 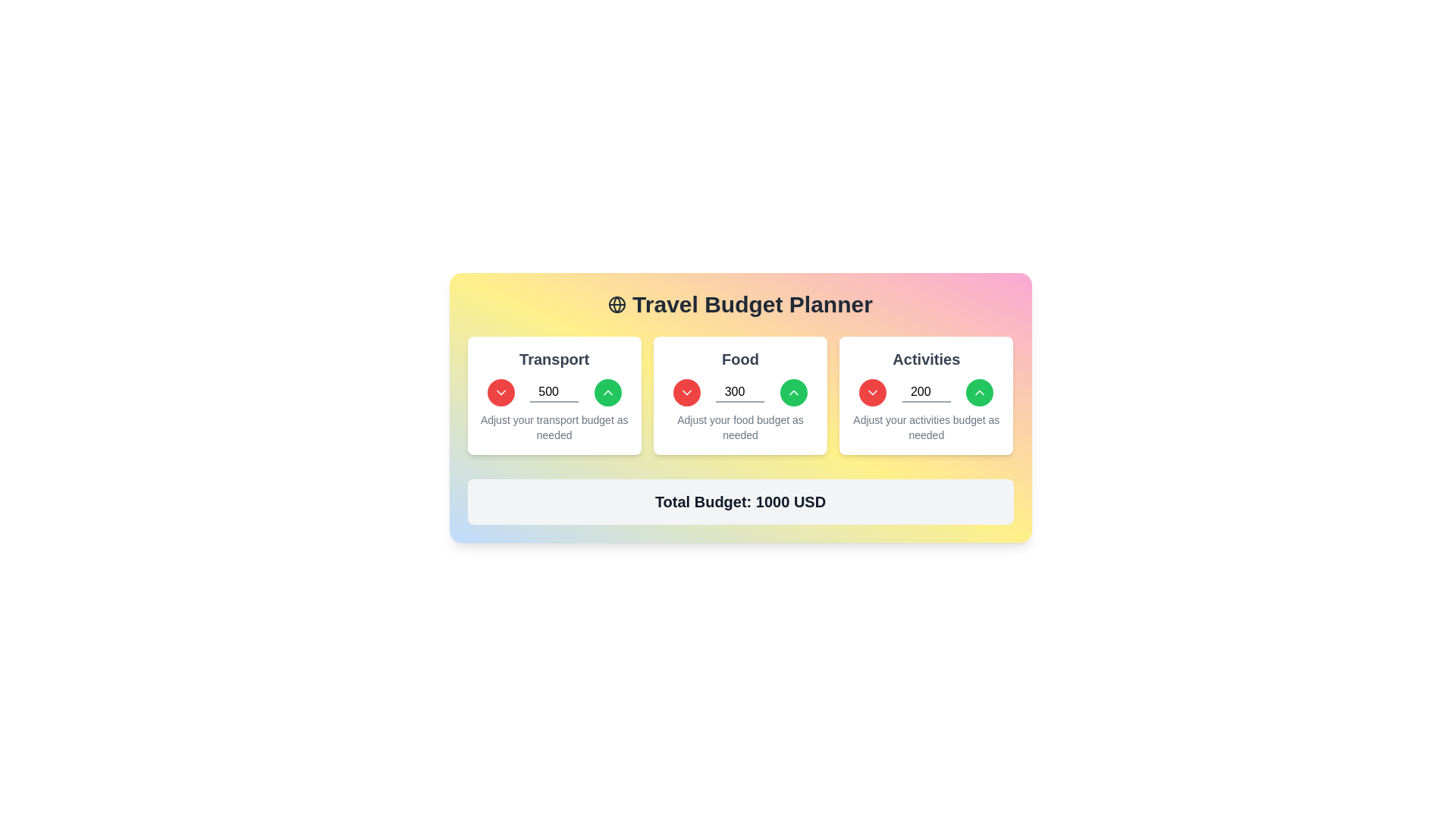 What do you see at coordinates (740, 359) in the screenshot?
I see `the text label displaying the word 'food', which is bold, capitalized, and distinctively styled in a darker shade of gray, located in the second card of the 'Travel Budget Planner' section` at bounding box center [740, 359].